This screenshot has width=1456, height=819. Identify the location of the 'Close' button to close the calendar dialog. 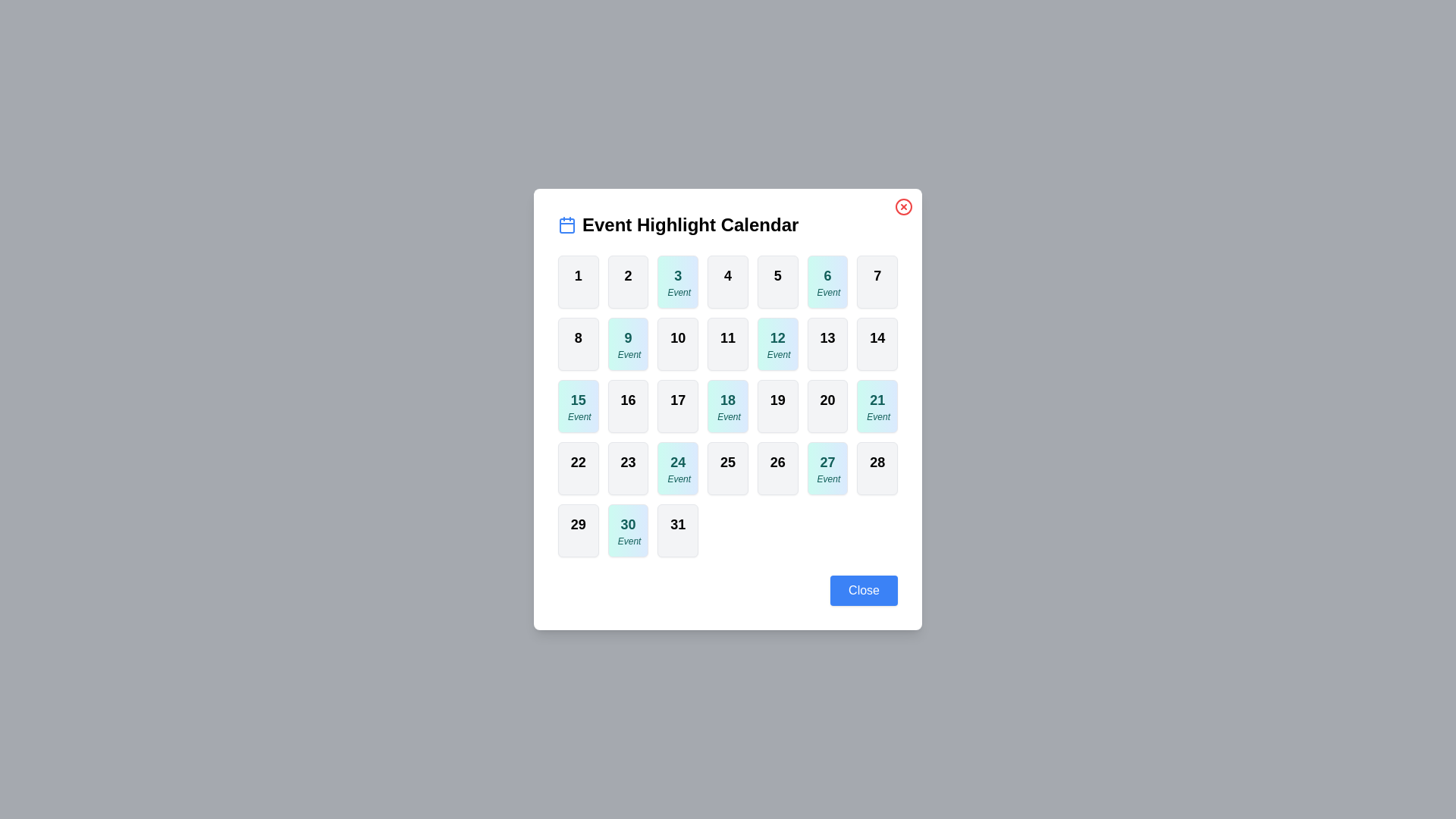
(864, 590).